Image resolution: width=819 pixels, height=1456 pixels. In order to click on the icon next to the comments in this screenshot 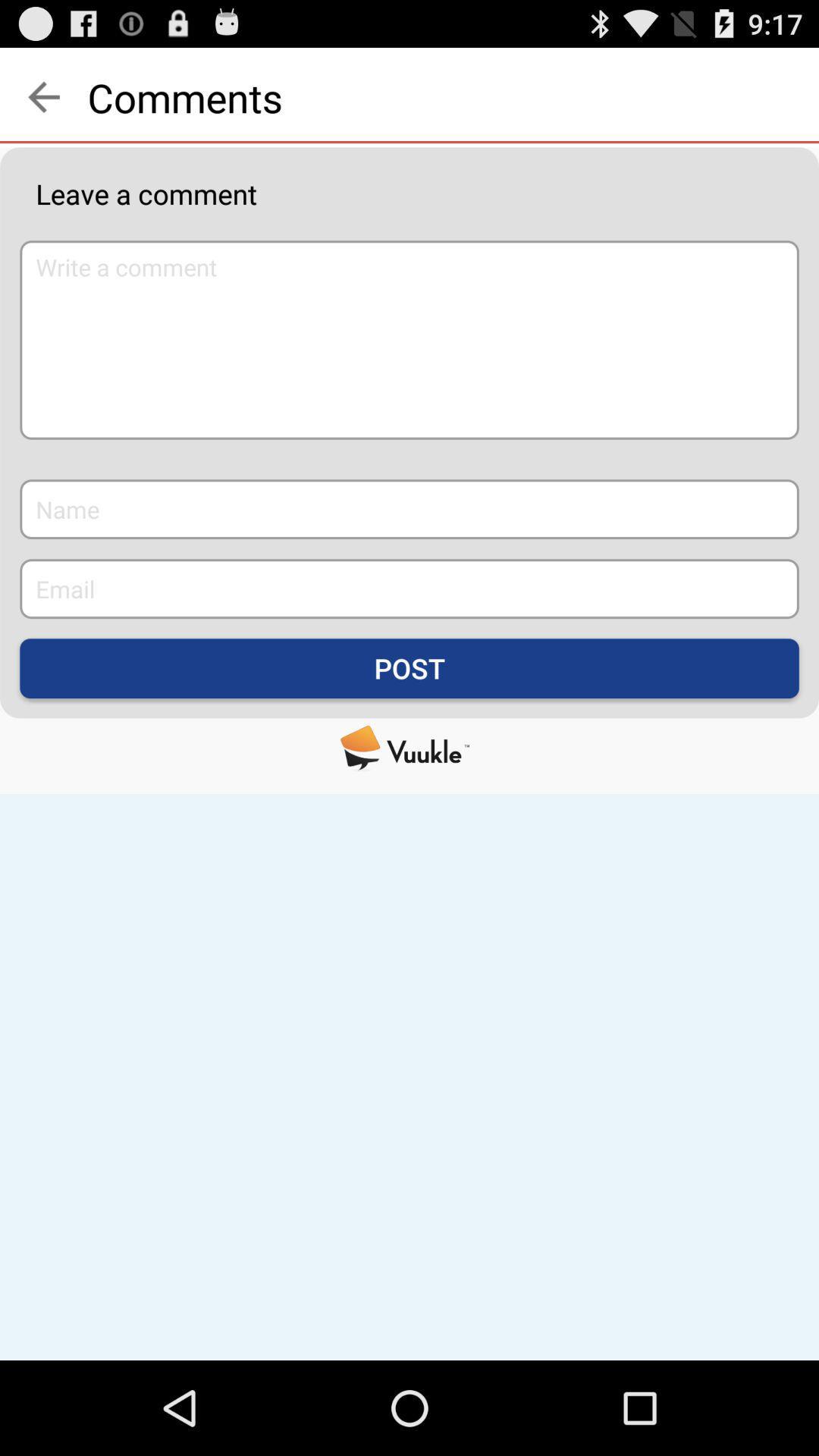, I will do `click(42, 96)`.